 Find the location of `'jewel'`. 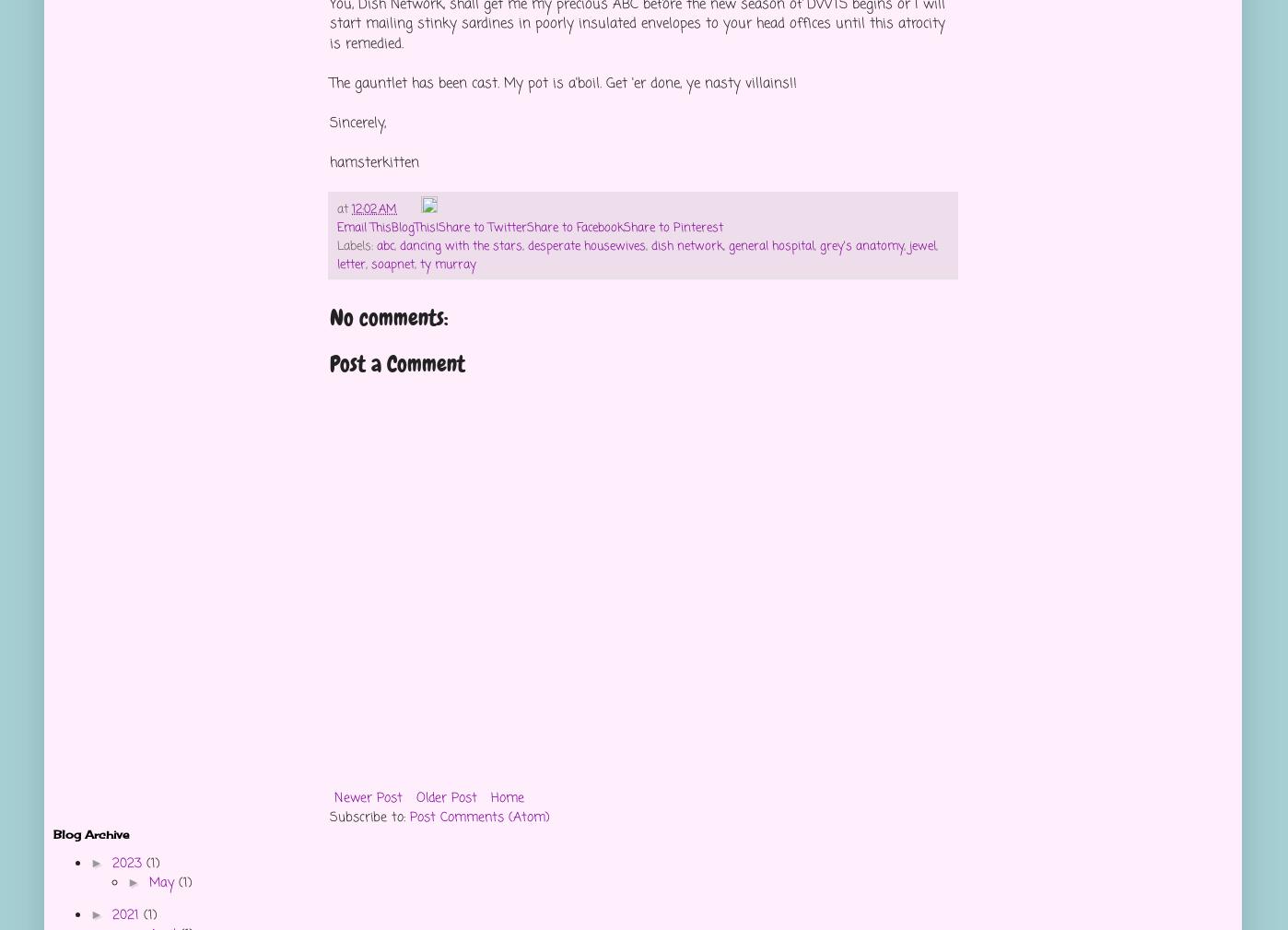

'jewel' is located at coordinates (922, 244).